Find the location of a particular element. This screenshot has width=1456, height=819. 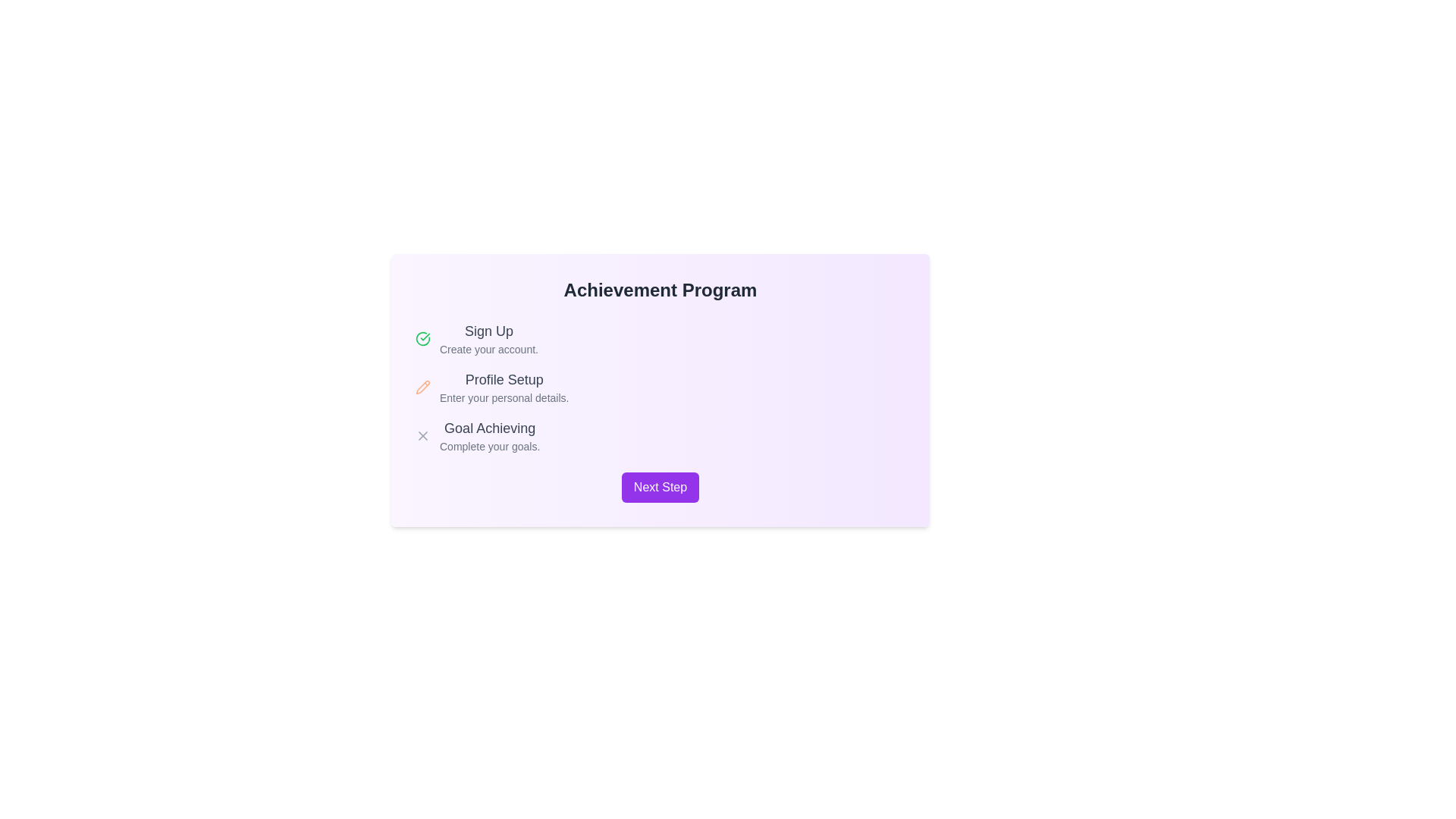

the pulsing animation effect of the orange pencil icon located to the left of the 'Profile Setup' text is located at coordinates (422, 386).